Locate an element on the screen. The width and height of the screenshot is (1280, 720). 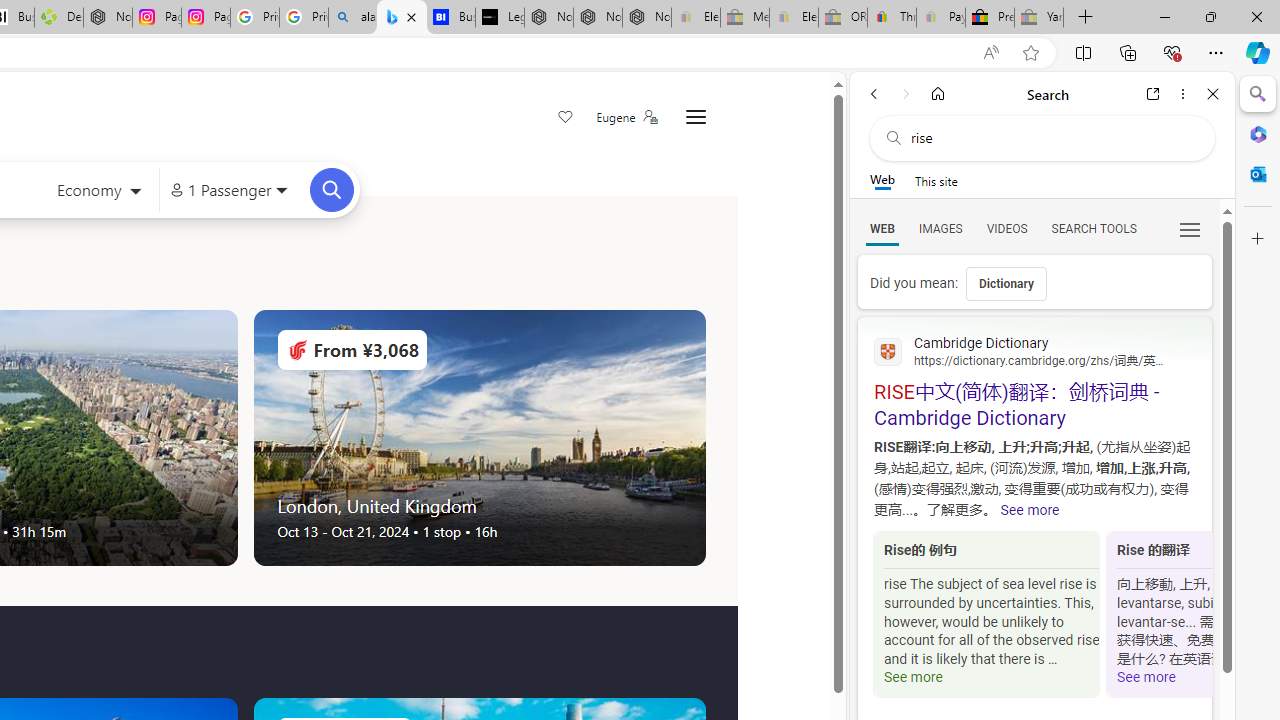
'Eugene' is located at coordinates (625, 117).